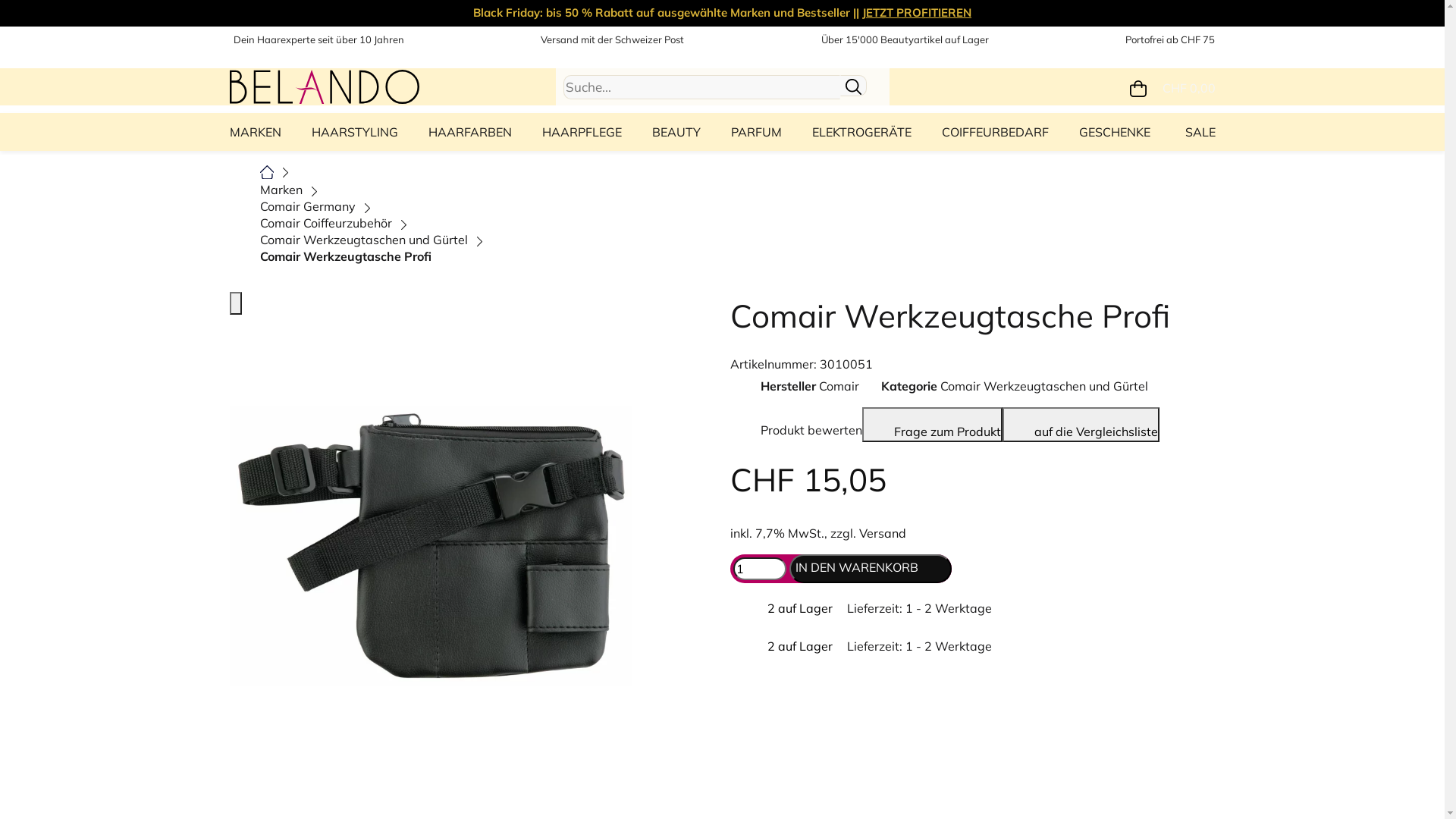 The width and height of the screenshot is (1456, 819). What do you see at coordinates (259, 206) in the screenshot?
I see `'Comair Germany'` at bounding box center [259, 206].